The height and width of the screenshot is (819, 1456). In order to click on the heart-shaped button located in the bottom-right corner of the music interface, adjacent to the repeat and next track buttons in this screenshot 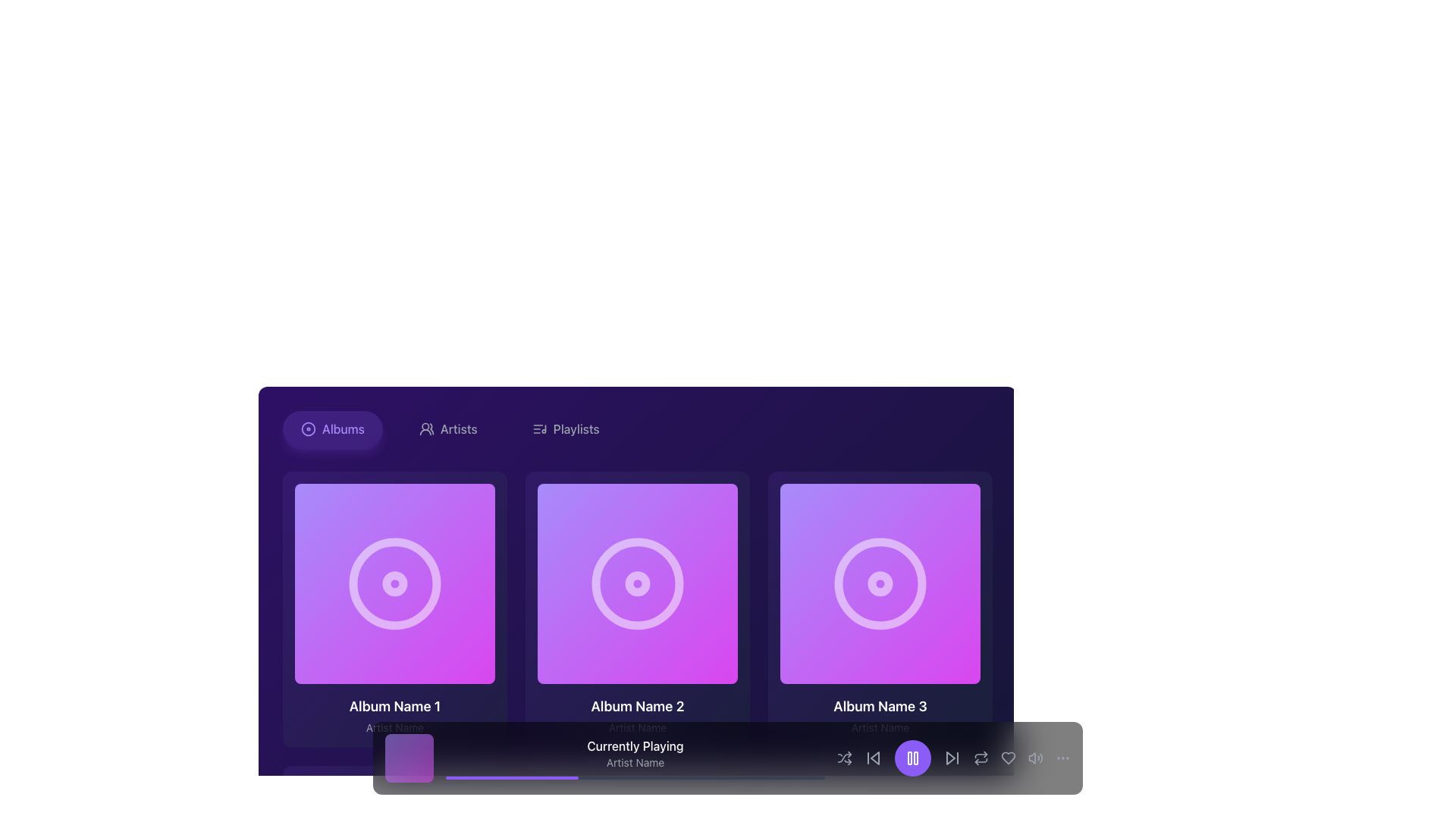, I will do `click(1008, 758)`.